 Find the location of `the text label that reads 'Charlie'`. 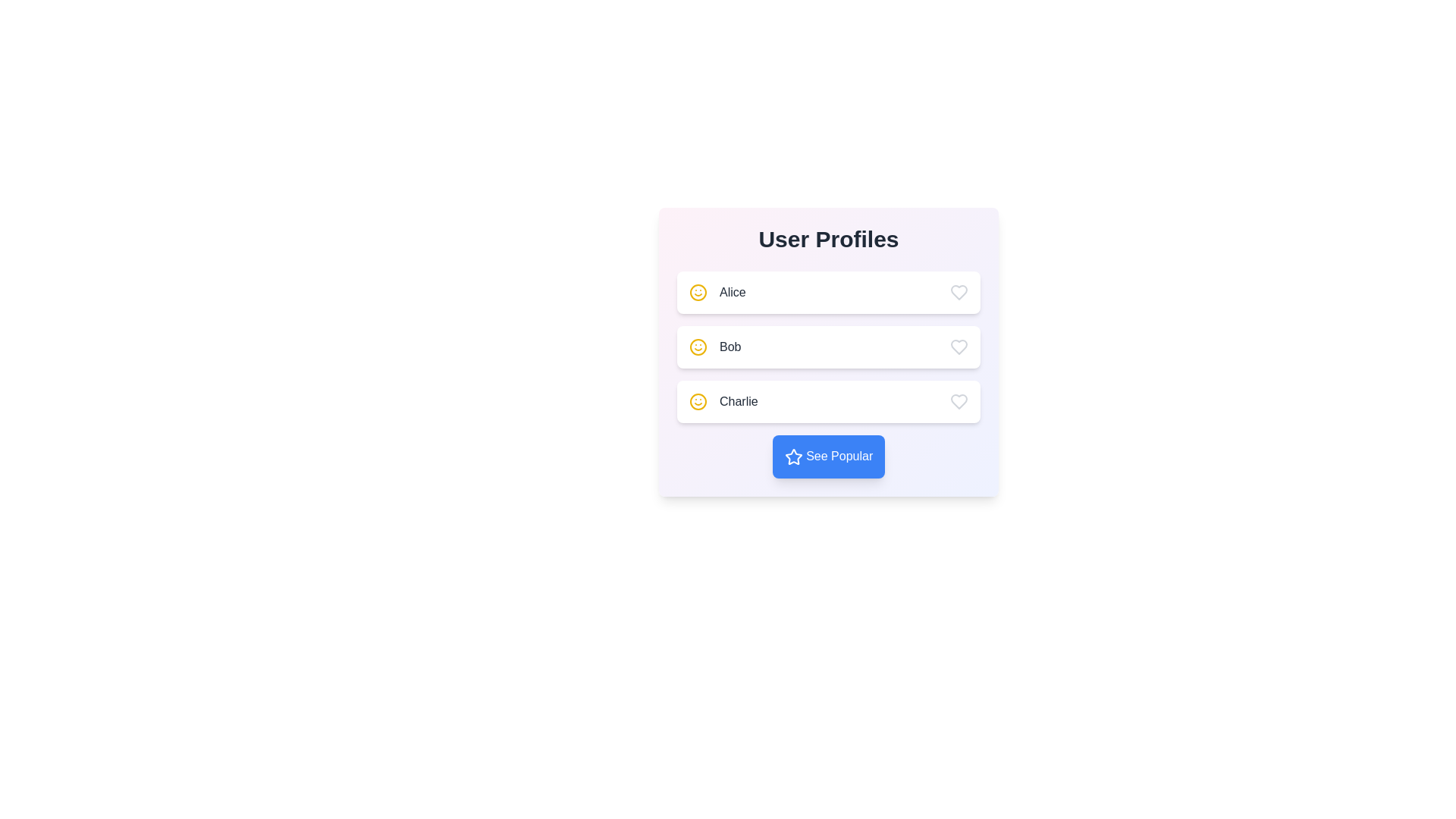

the text label that reads 'Charlie' is located at coordinates (739, 400).